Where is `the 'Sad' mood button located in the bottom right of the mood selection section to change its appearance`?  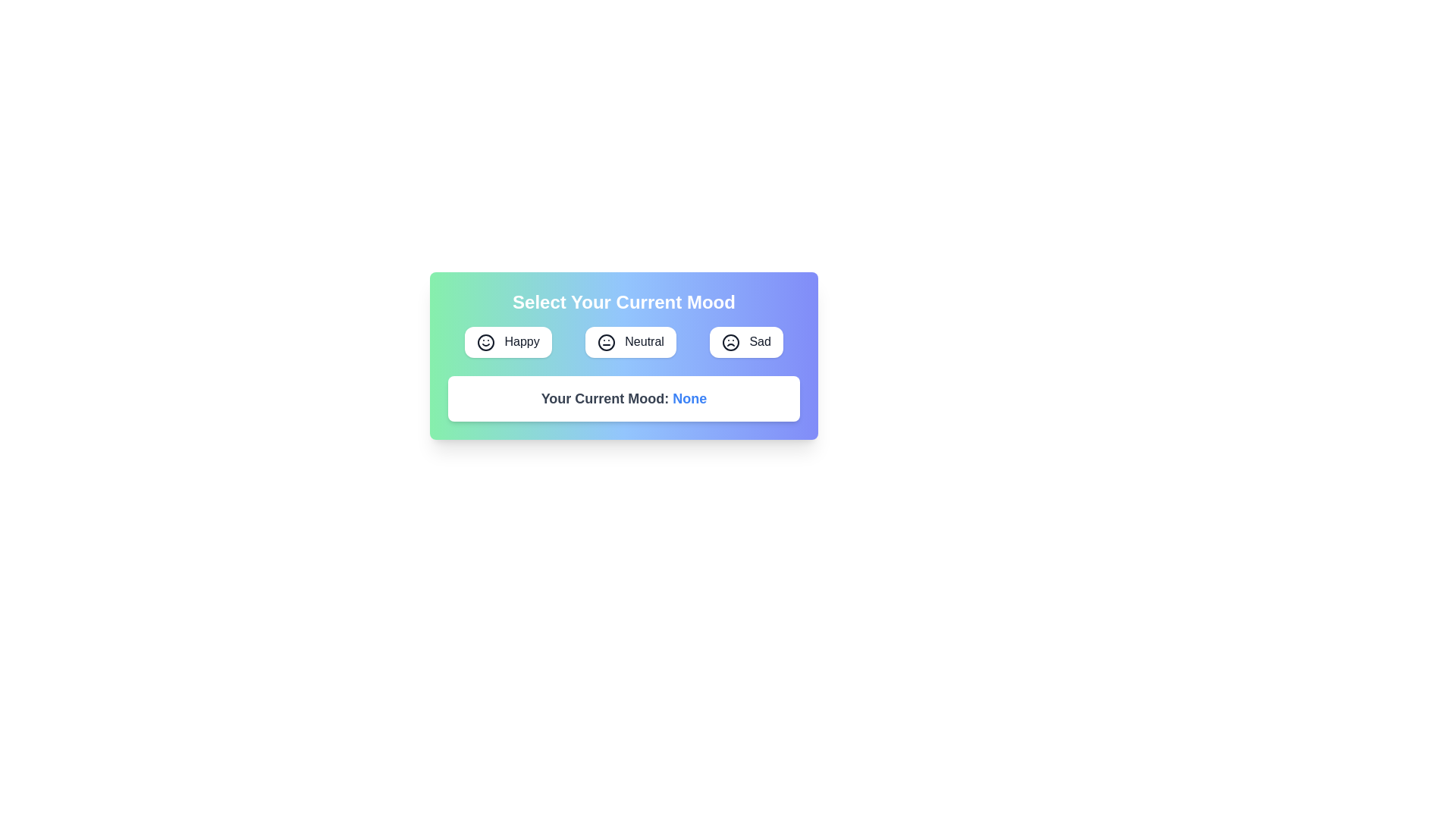
the 'Sad' mood button located in the bottom right of the mood selection section to change its appearance is located at coordinates (746, 342).